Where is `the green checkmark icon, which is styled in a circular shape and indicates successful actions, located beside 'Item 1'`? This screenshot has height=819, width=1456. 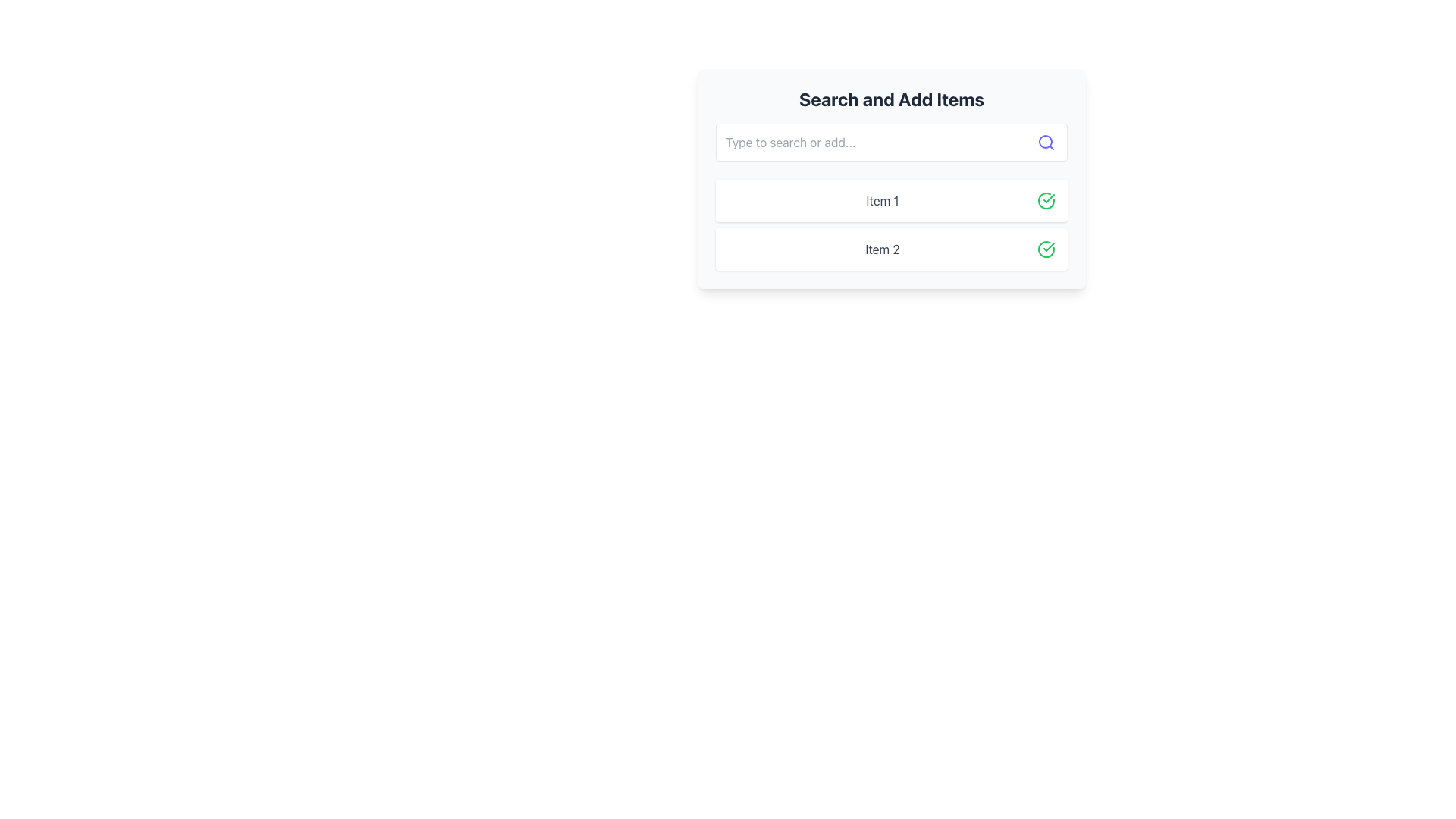 the green checkmark icon, which is styled in a circular shape and indicates successful actions, located beside 'Item 1' is located at coordinates (1048, 246).